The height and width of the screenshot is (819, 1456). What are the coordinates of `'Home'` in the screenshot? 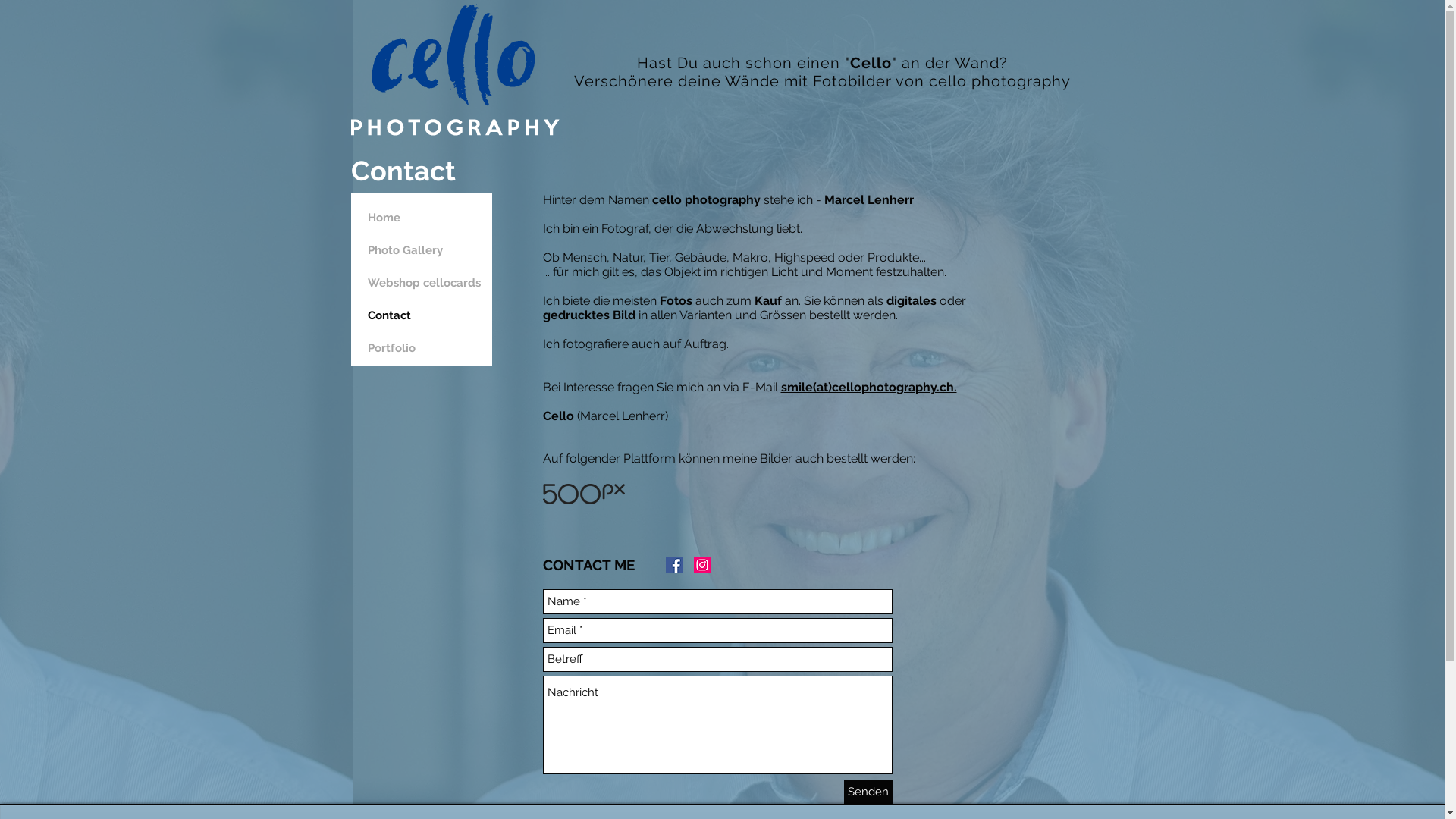 It's located at (423, 218).